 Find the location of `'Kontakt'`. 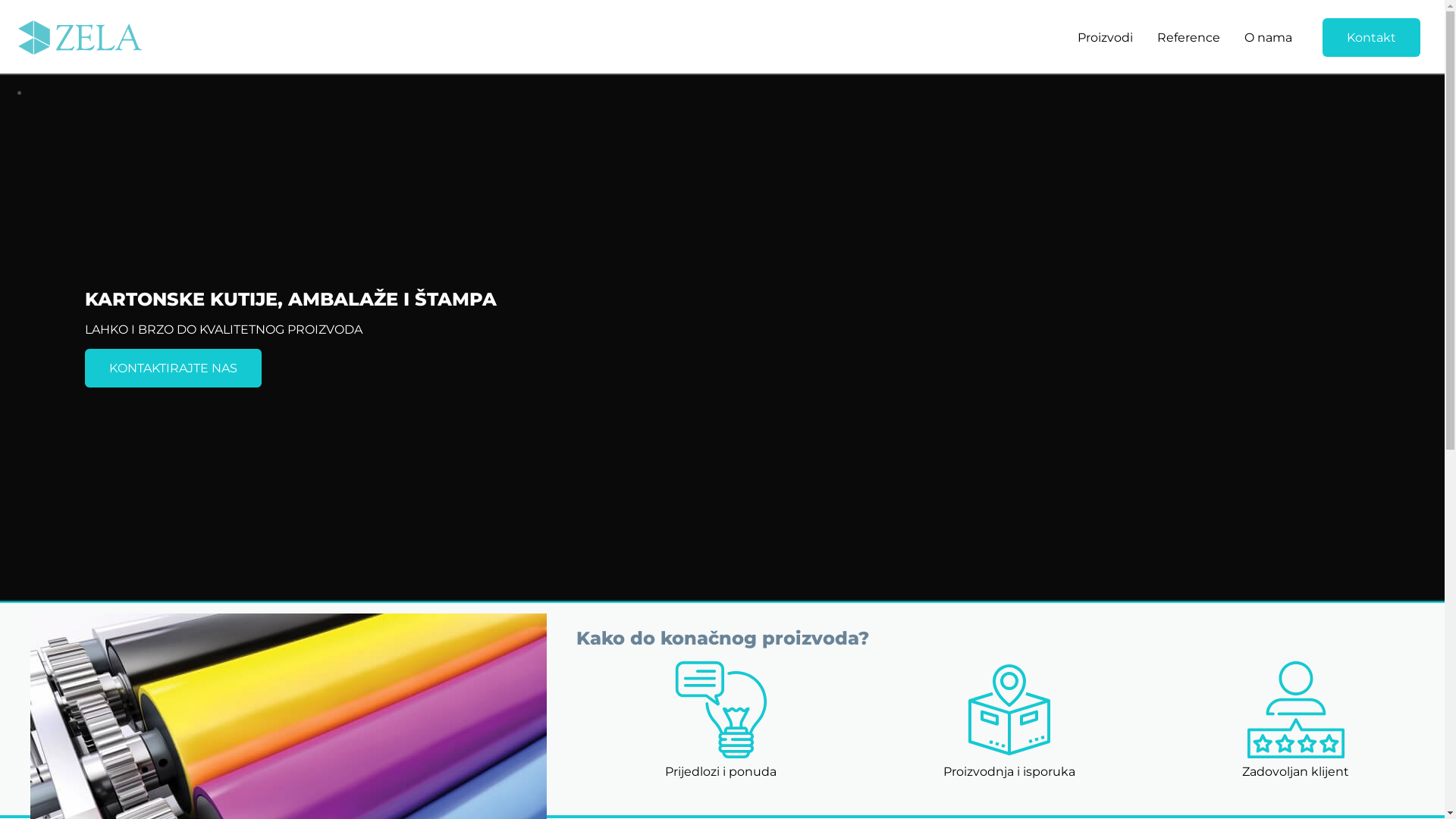

'Kontakt' is located at coordinates (1321, 36).